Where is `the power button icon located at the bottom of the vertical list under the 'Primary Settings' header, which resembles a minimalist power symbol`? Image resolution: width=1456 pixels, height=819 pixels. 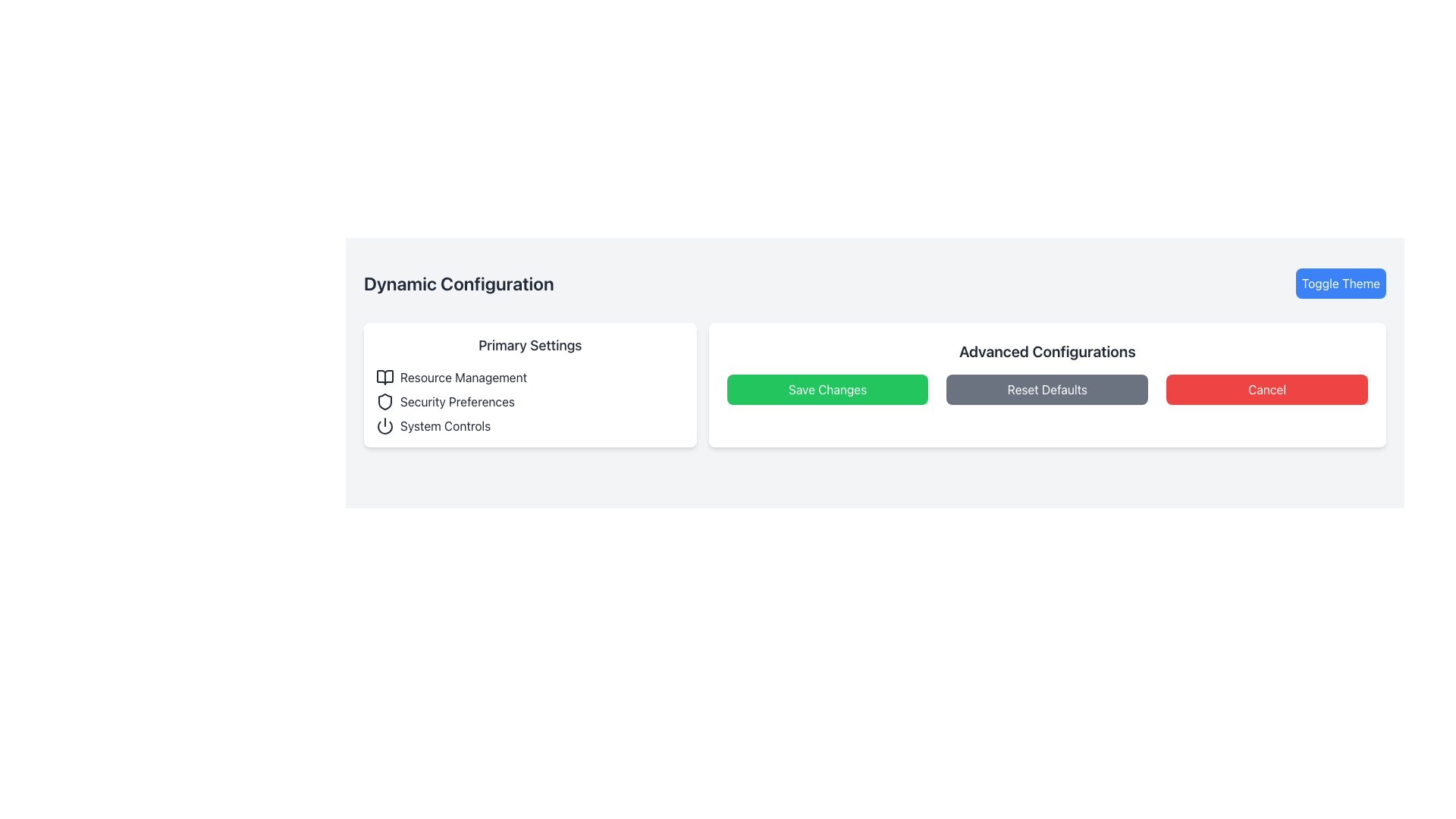
the power button icon located at the bottom of the vertical list under the 'Primary Settings' header, which resembles a minimalist power symbol is located at coordinates (385, 426).